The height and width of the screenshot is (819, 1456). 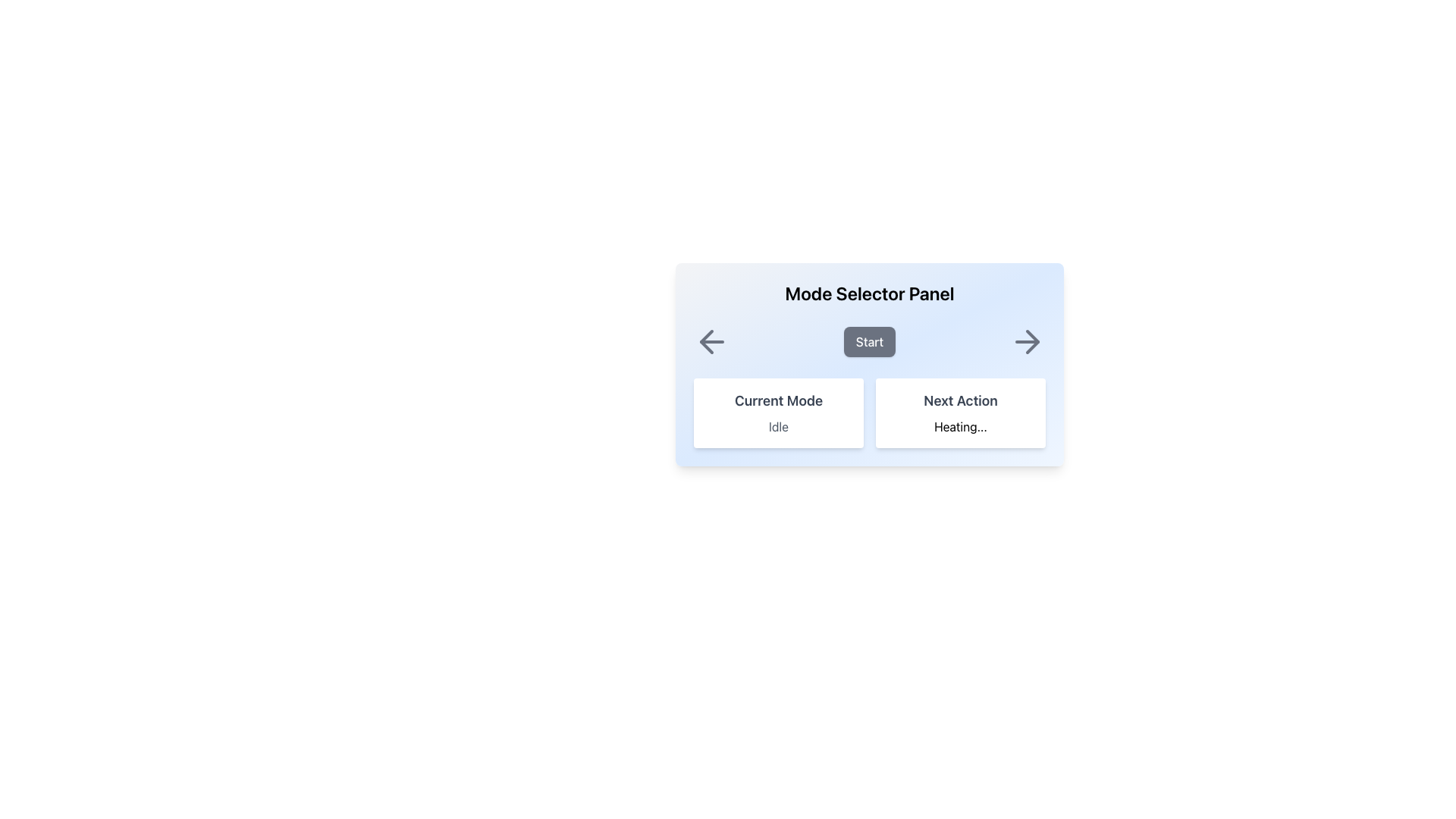 What do you see at coordinates (1027, 342) in the screenshot?
I see `the rightward-pointing gray arrow icon located in the Mode Selector Panel, which is positioned to the right of the 'Start' button` at bounding box center [1027, 342].